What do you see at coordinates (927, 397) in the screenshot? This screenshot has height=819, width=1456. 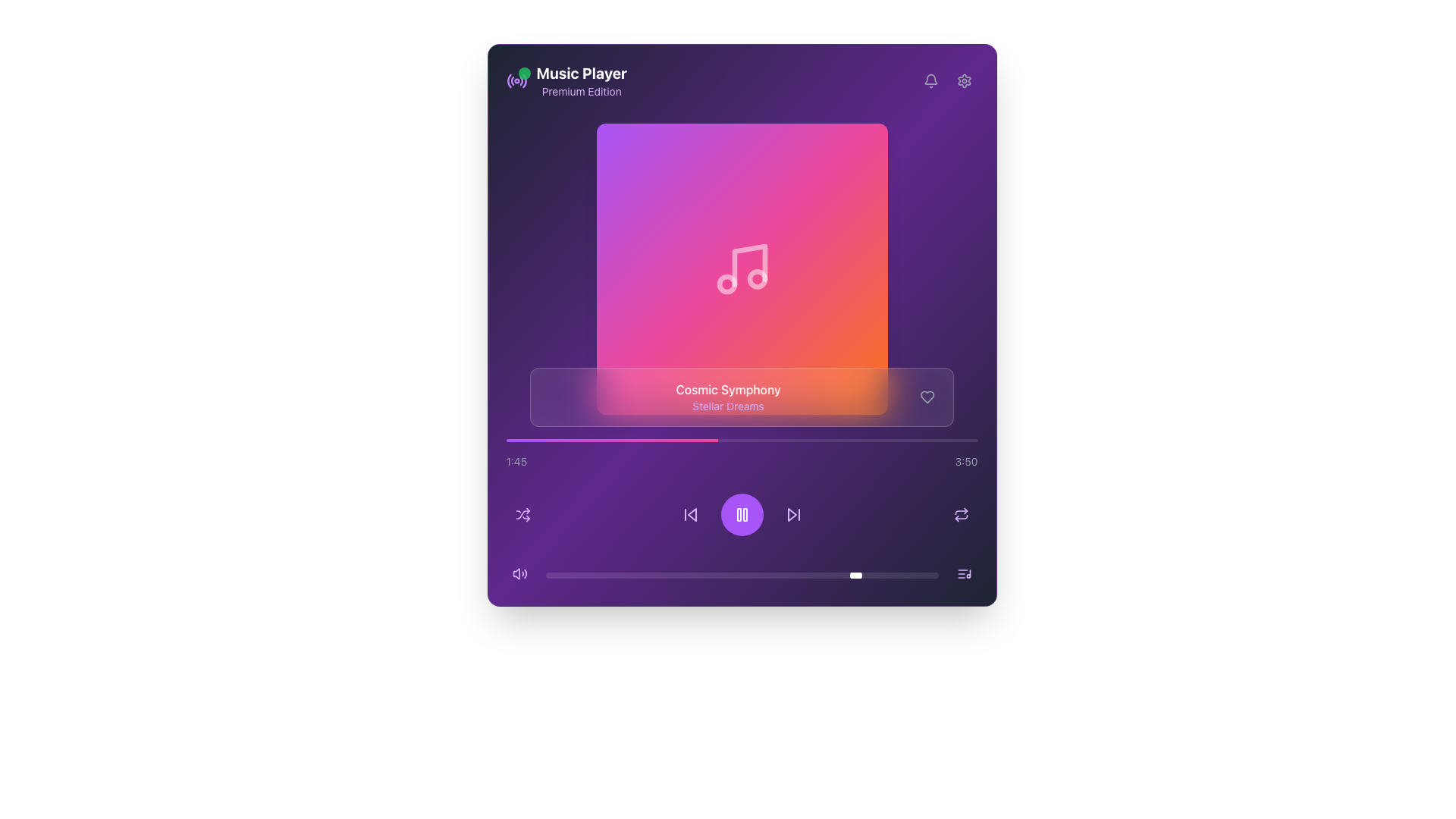 I see `the hollow heart-shaped icon button located at the bottom-right of the main interface to like the song` at bounding box center [927, 397].